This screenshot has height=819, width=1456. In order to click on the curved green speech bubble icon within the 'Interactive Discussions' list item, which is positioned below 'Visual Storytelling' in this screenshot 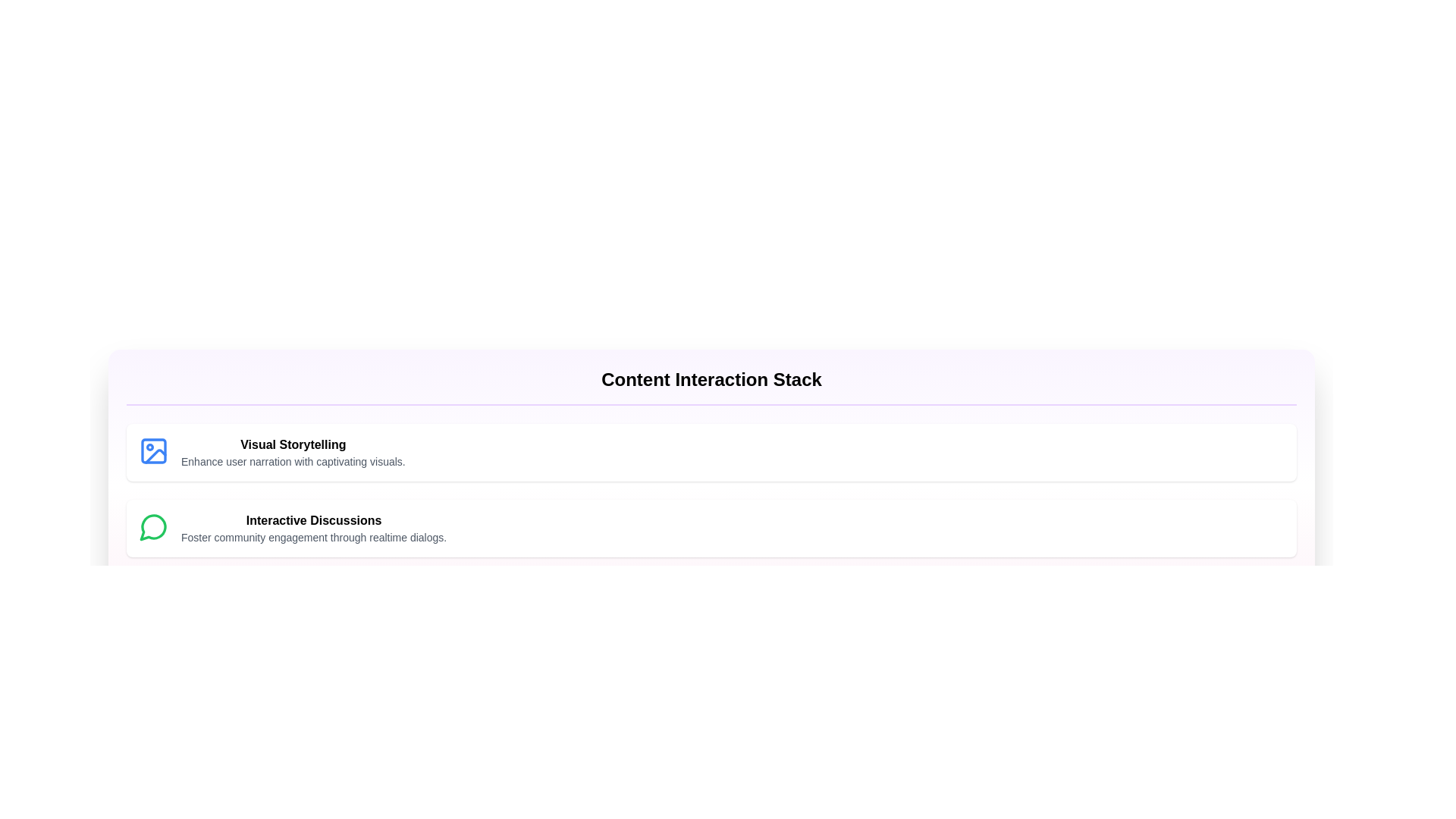, I will do `click(153, 526)`.